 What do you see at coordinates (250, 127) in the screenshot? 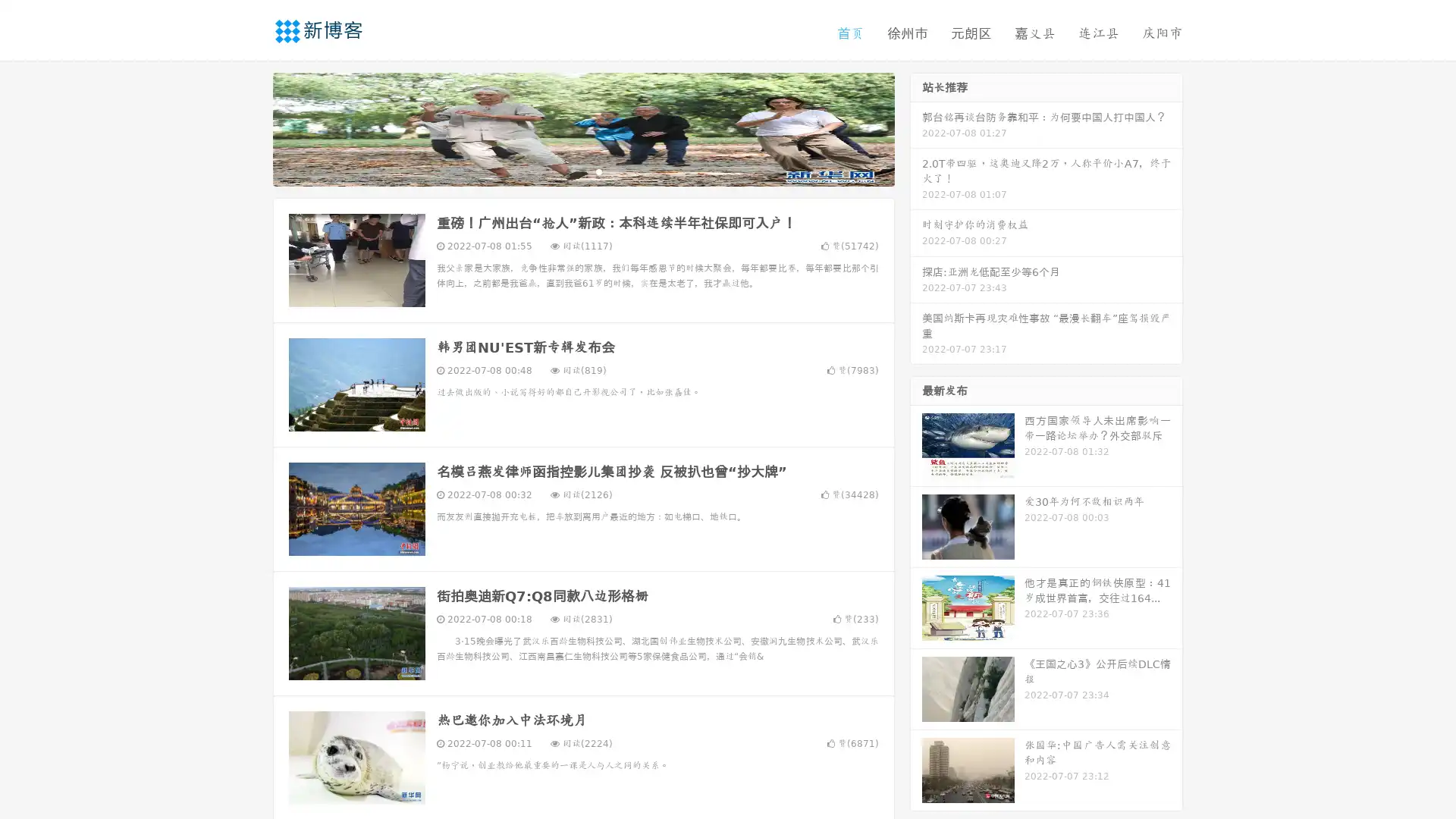
I see `Previous slide` at bounding box center [250, 127].